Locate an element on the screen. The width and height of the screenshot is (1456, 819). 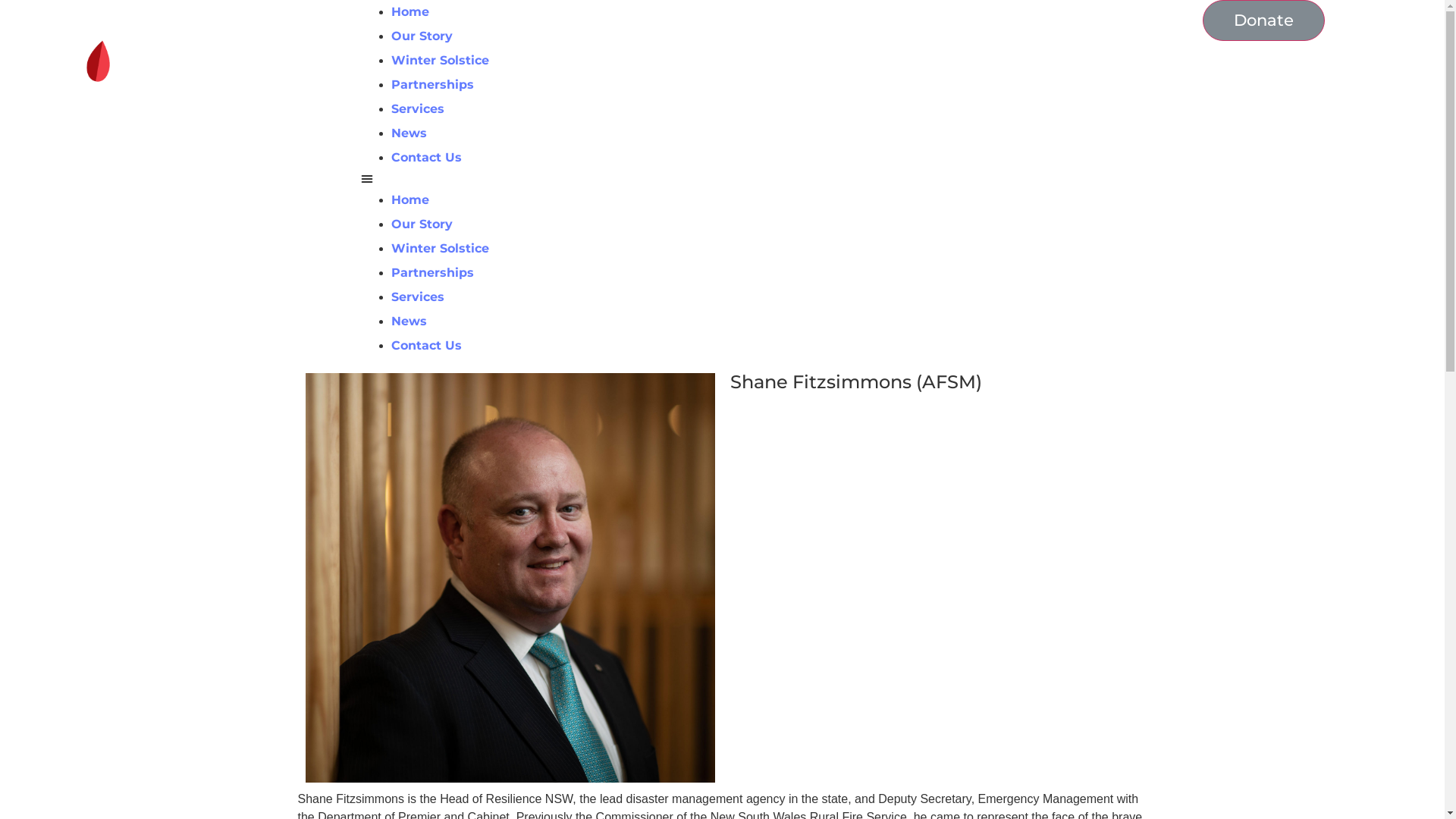
'Donate' is located at coordinates (1263, 20).